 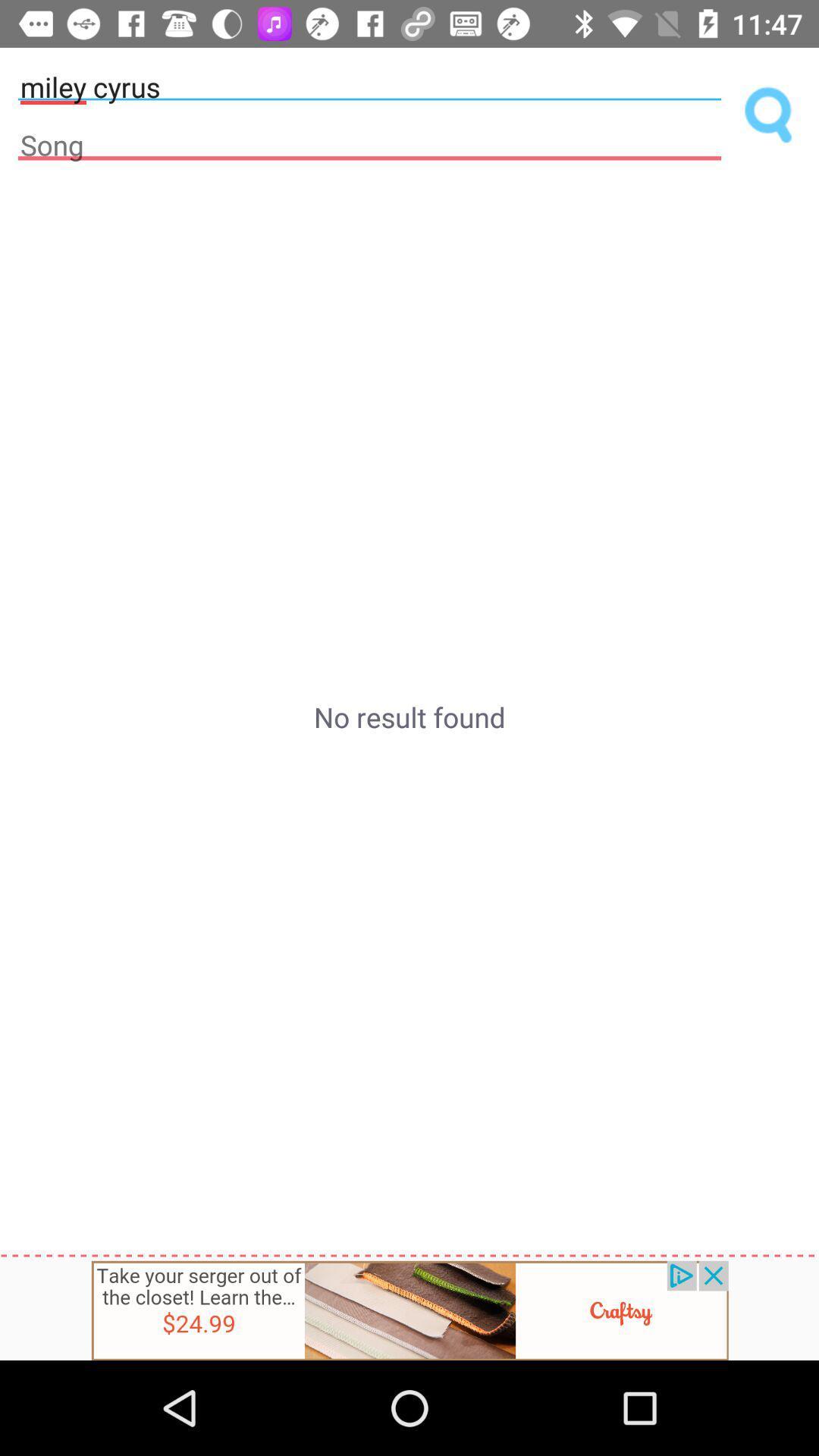 What do you see at coordinates (769, 115) in the screenshot?
I see `the search icon` at bounding box center [769, 115].